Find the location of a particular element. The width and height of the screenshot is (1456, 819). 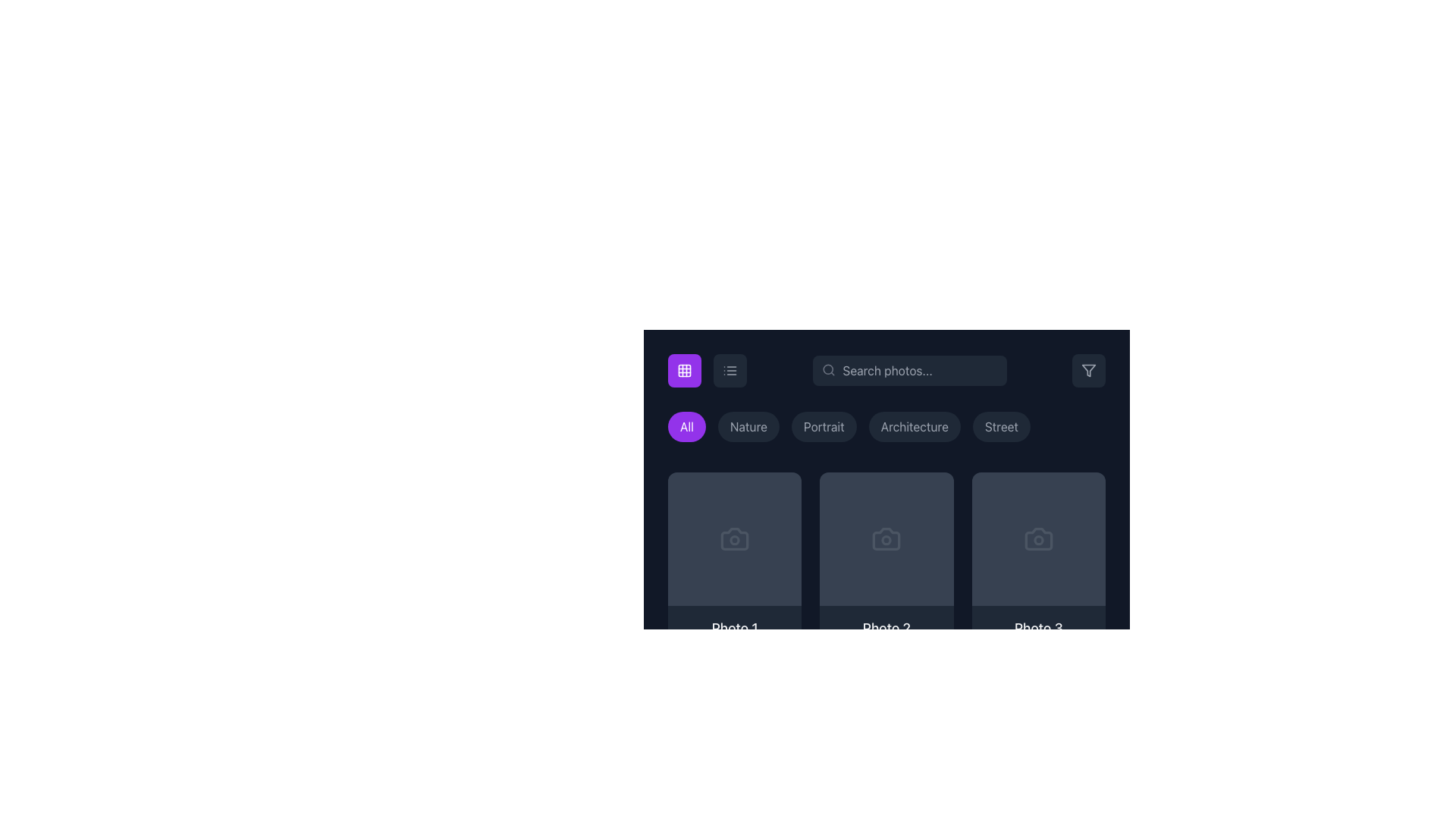

the toggle button for different view types, located on the far left of the button row is located at coordinates (683, 371).